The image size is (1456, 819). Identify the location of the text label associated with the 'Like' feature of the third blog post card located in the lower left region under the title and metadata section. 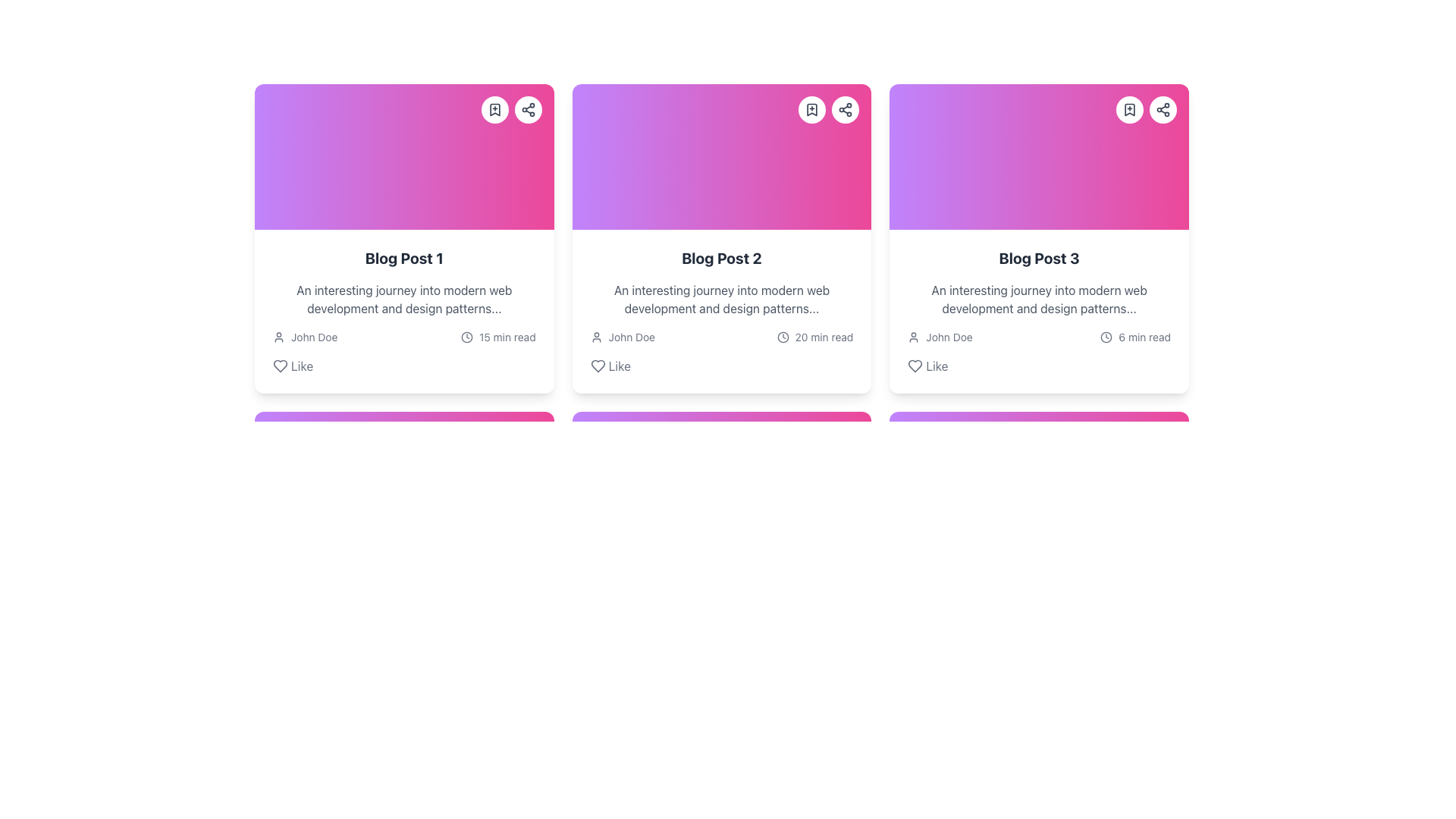
(936, 366).